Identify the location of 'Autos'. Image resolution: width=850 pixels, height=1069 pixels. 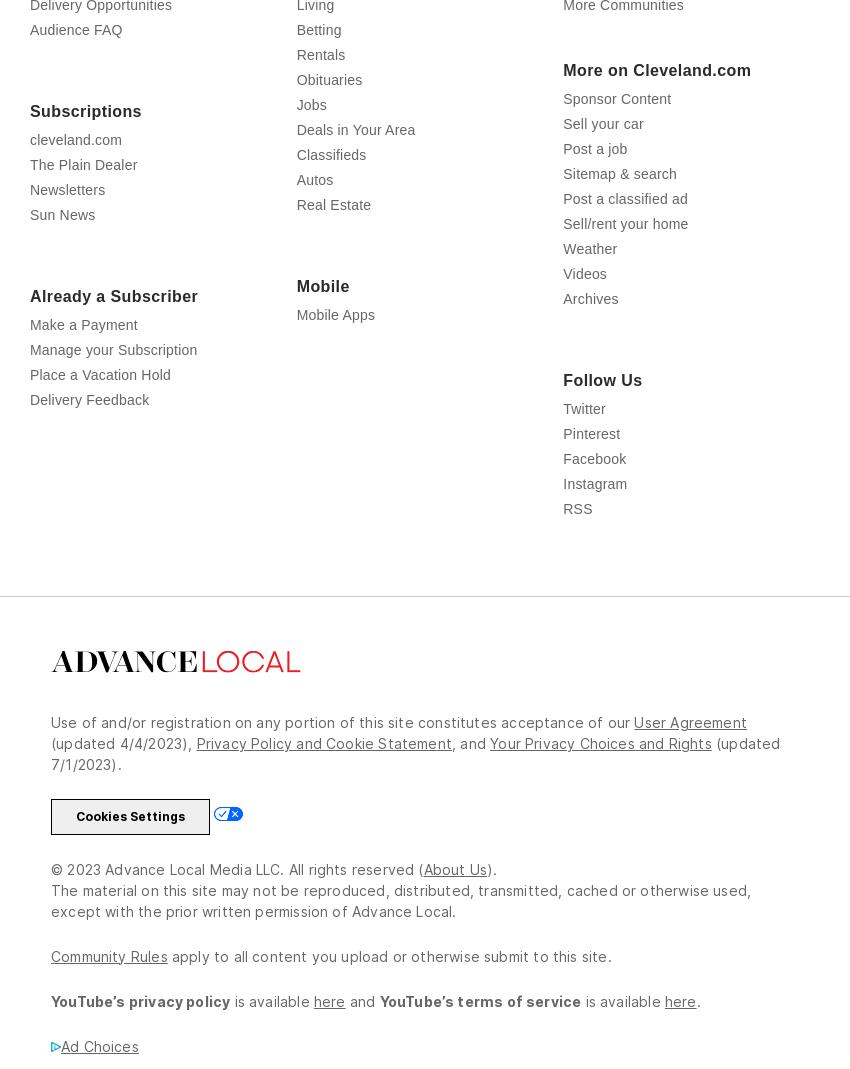
(314, 222).